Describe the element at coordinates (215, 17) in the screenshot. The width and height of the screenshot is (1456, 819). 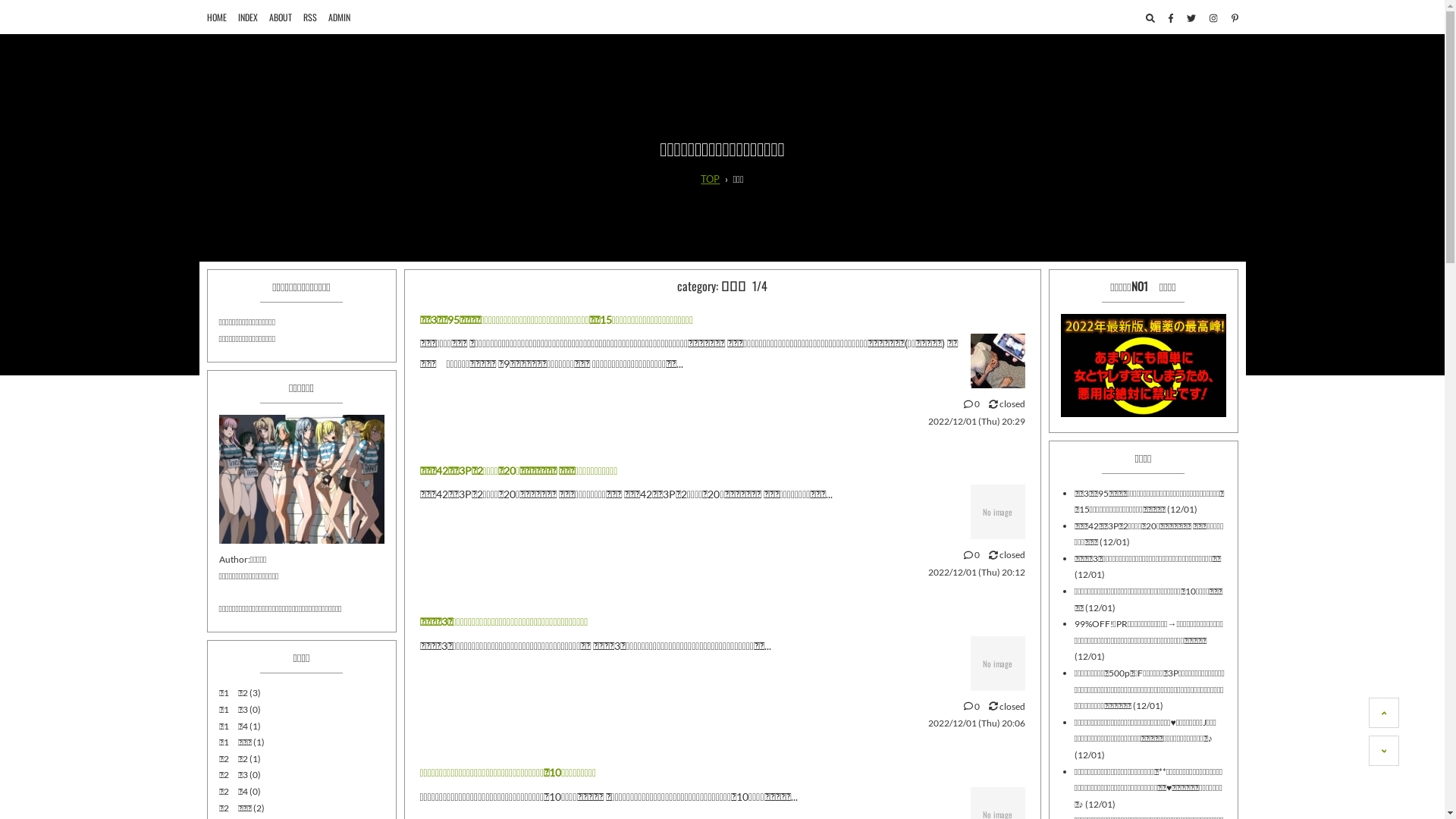
I see `'HOME'` at that location.